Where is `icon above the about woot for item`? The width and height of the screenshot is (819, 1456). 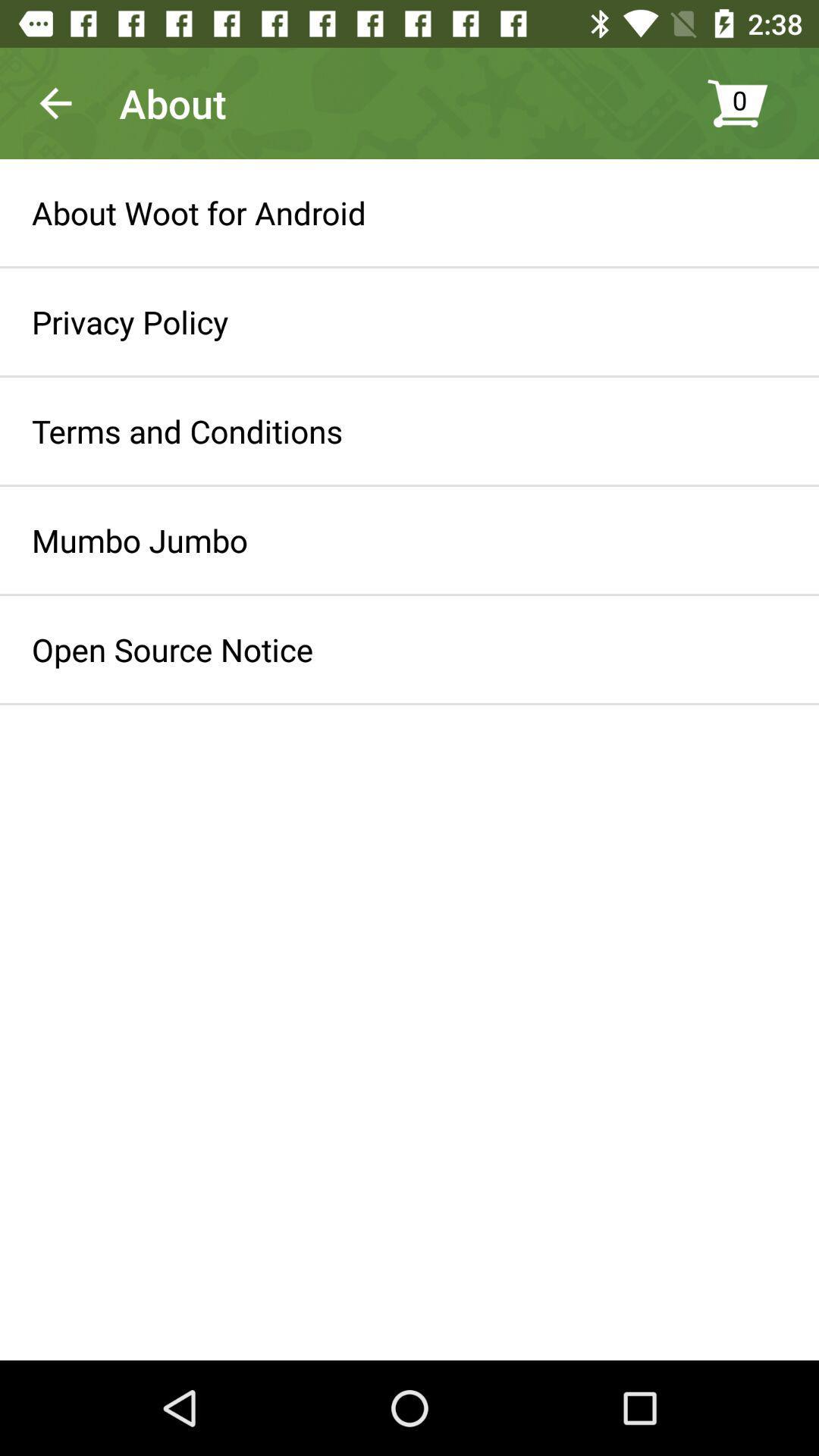
icon above the about woot for item is located at coordinates (55, 102).